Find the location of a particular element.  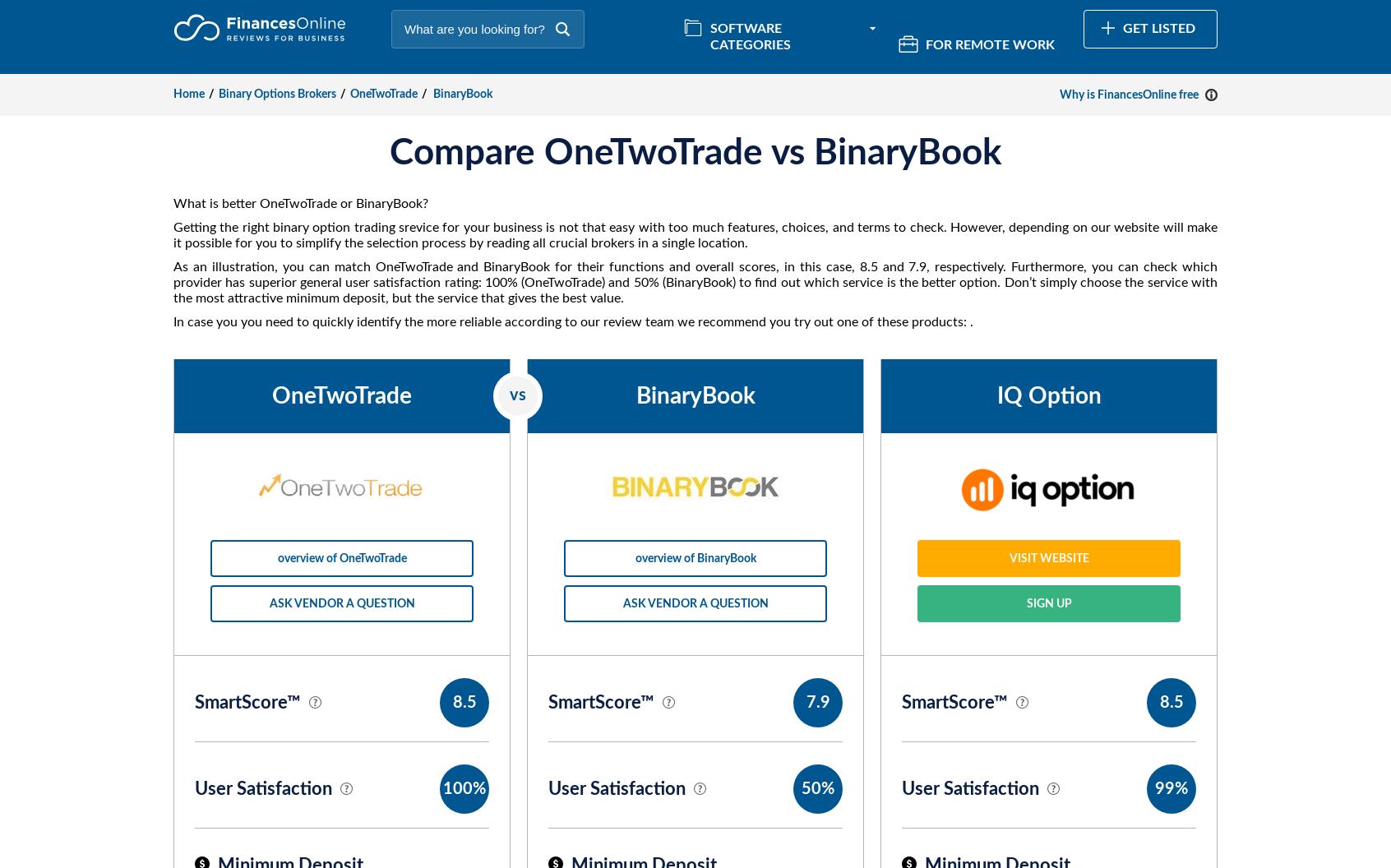

'What is better OneTwoTrade or BinaryBook?' is located at coordinates (300, 202).